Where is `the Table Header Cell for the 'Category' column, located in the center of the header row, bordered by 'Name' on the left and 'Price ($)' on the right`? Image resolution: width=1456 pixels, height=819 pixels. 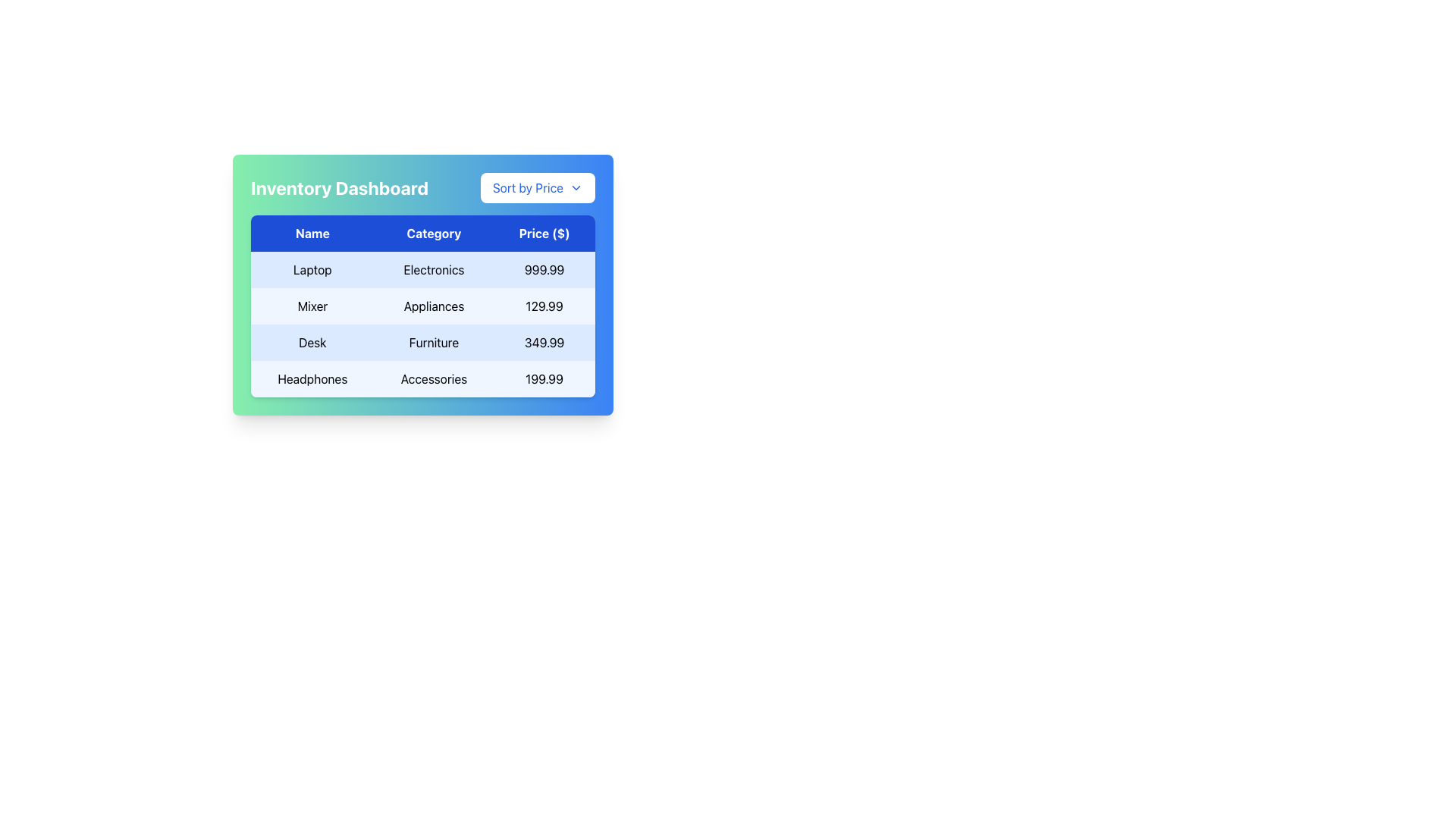
the Table Header Cell for the 'Category' column, located in the center of the header row, bordered by 'Name' on the left and 'Price ($)' on the right is located at coordinates (433, 234).